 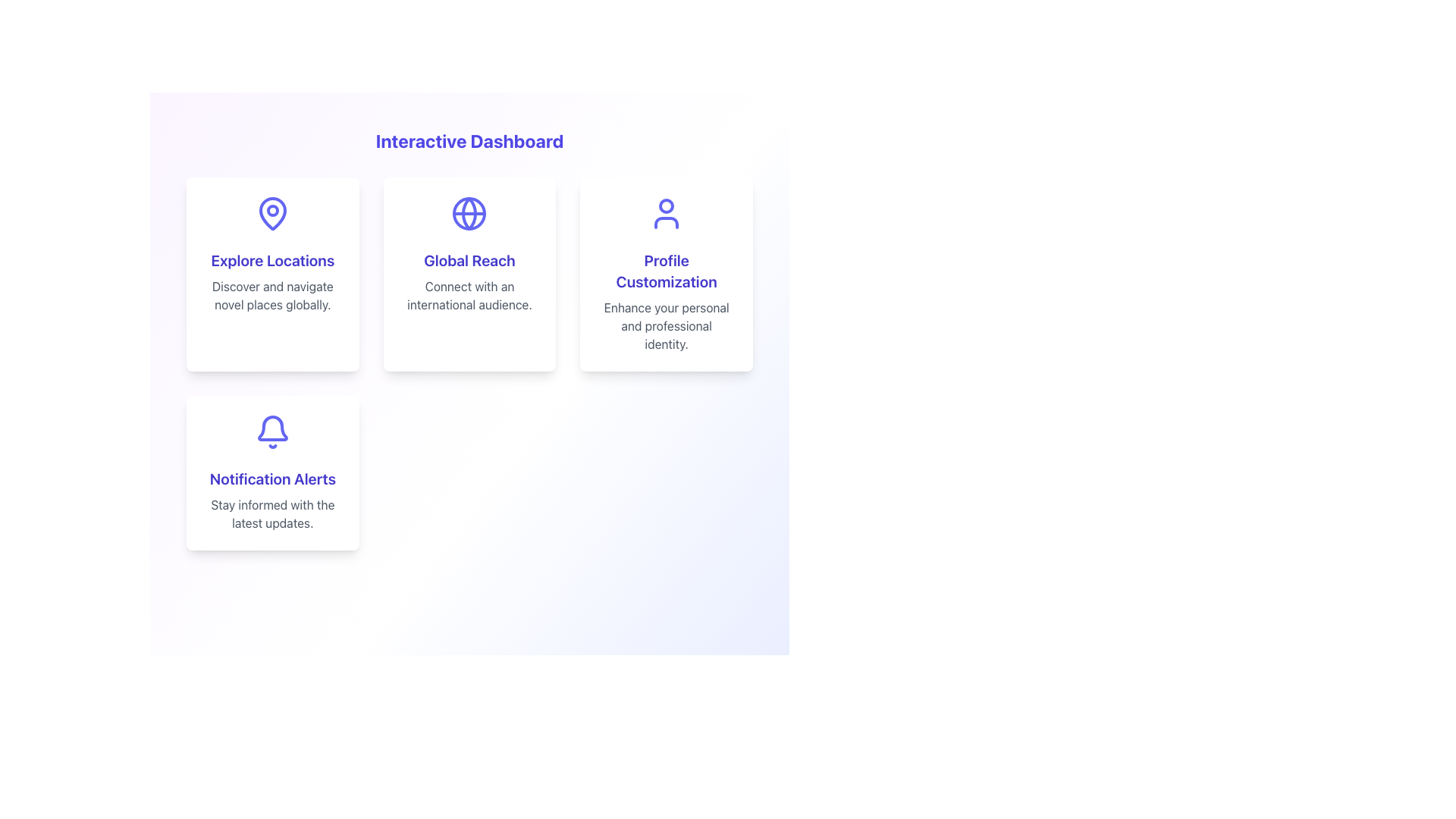 What do you see at coordinates (272, 275) in the screenshot?
I see `the first card component in the grid layout under the 'Interactive Dashboard' header, which serves as a descriptive card for exploring and navigating locations globally` at bounding box center [272, 275].